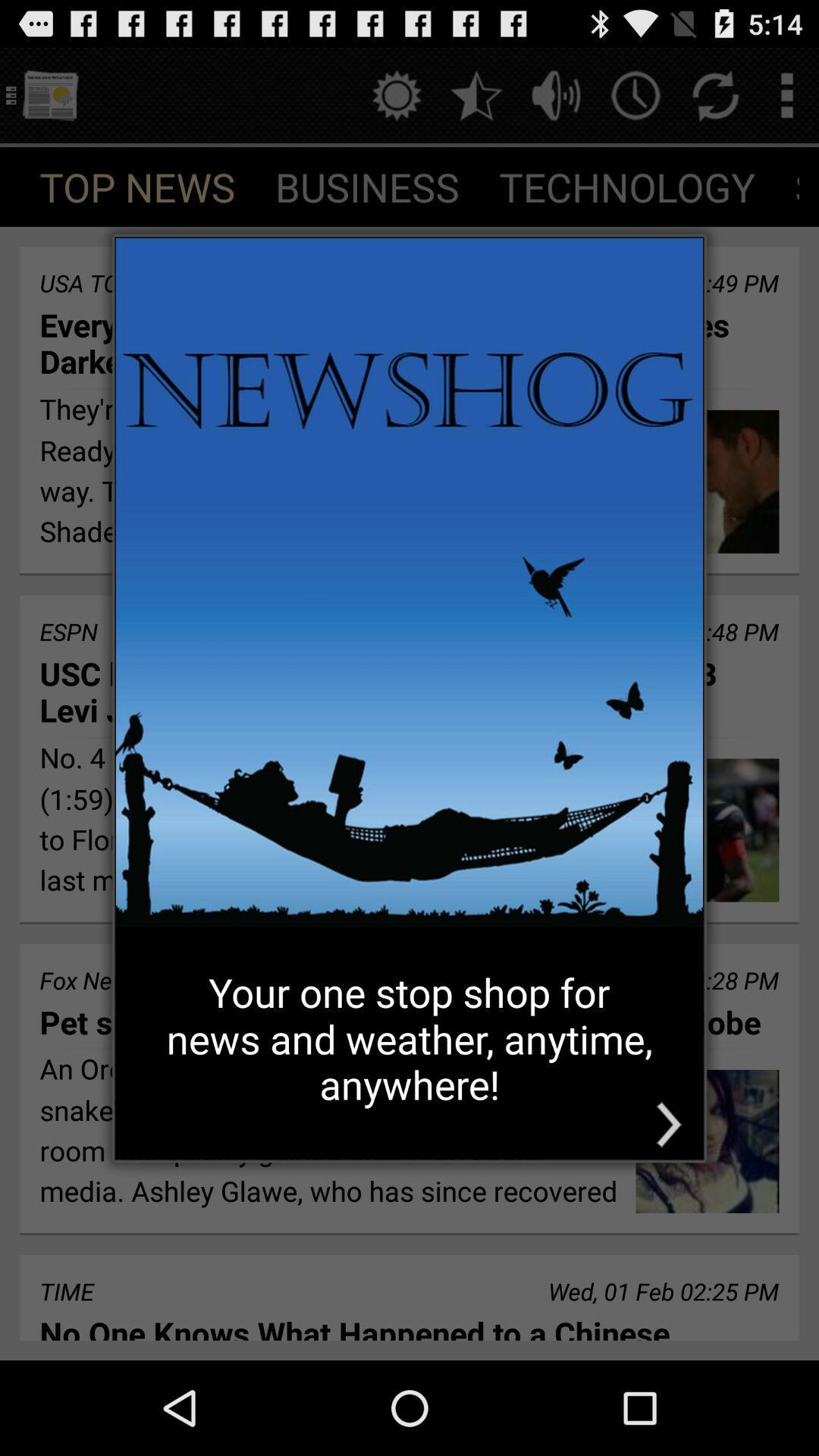  Describe the element at coordinates (668, 1125) in the screenshot. I see `the icon at the bottom right corner` at that location.